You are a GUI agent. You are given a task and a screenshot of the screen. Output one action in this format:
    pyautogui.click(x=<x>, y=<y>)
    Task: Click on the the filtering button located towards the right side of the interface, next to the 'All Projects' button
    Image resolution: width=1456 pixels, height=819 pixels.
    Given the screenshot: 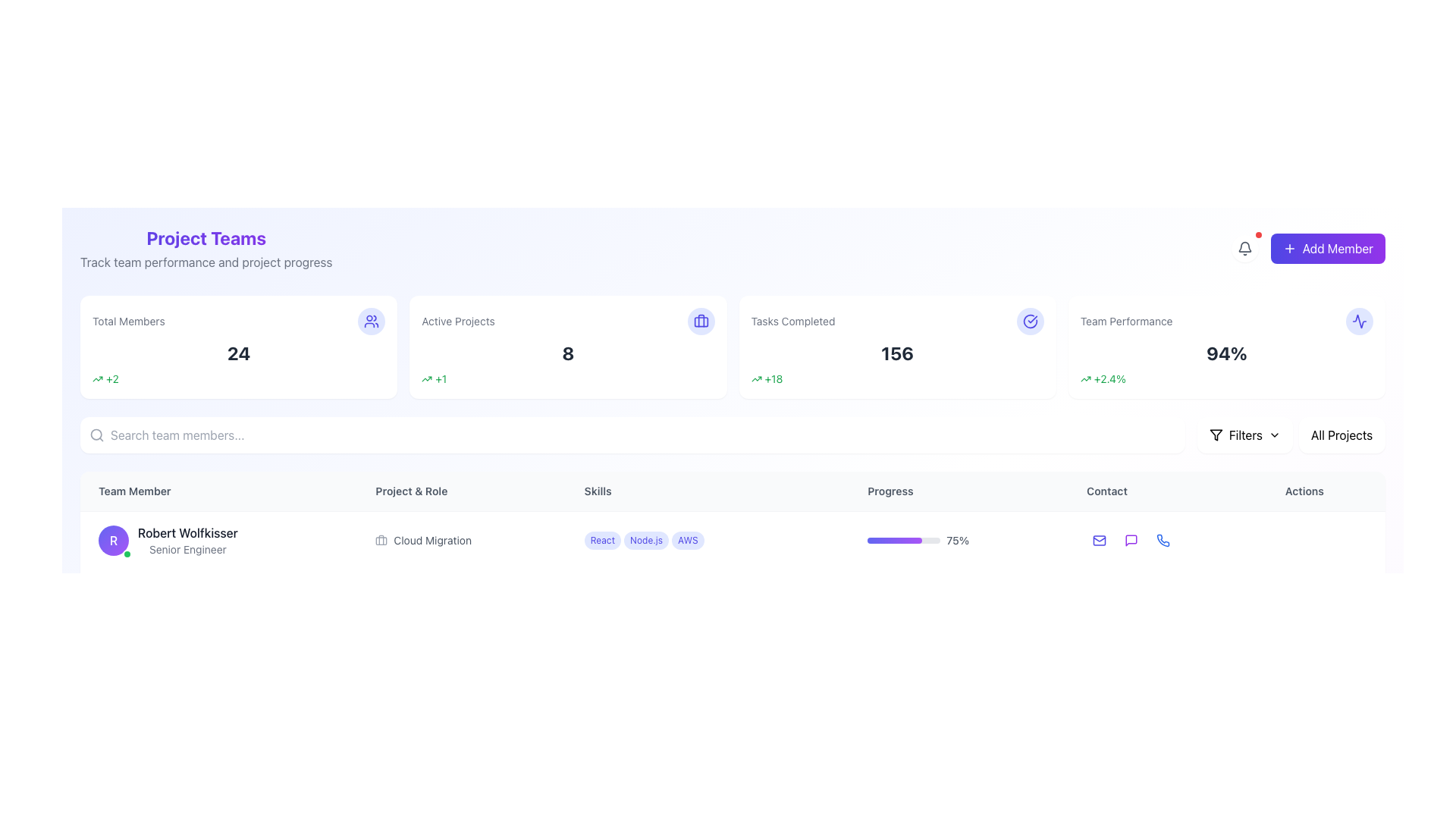 What is the action you would take?
    pyautogui.click(x=1244, y=435)
    